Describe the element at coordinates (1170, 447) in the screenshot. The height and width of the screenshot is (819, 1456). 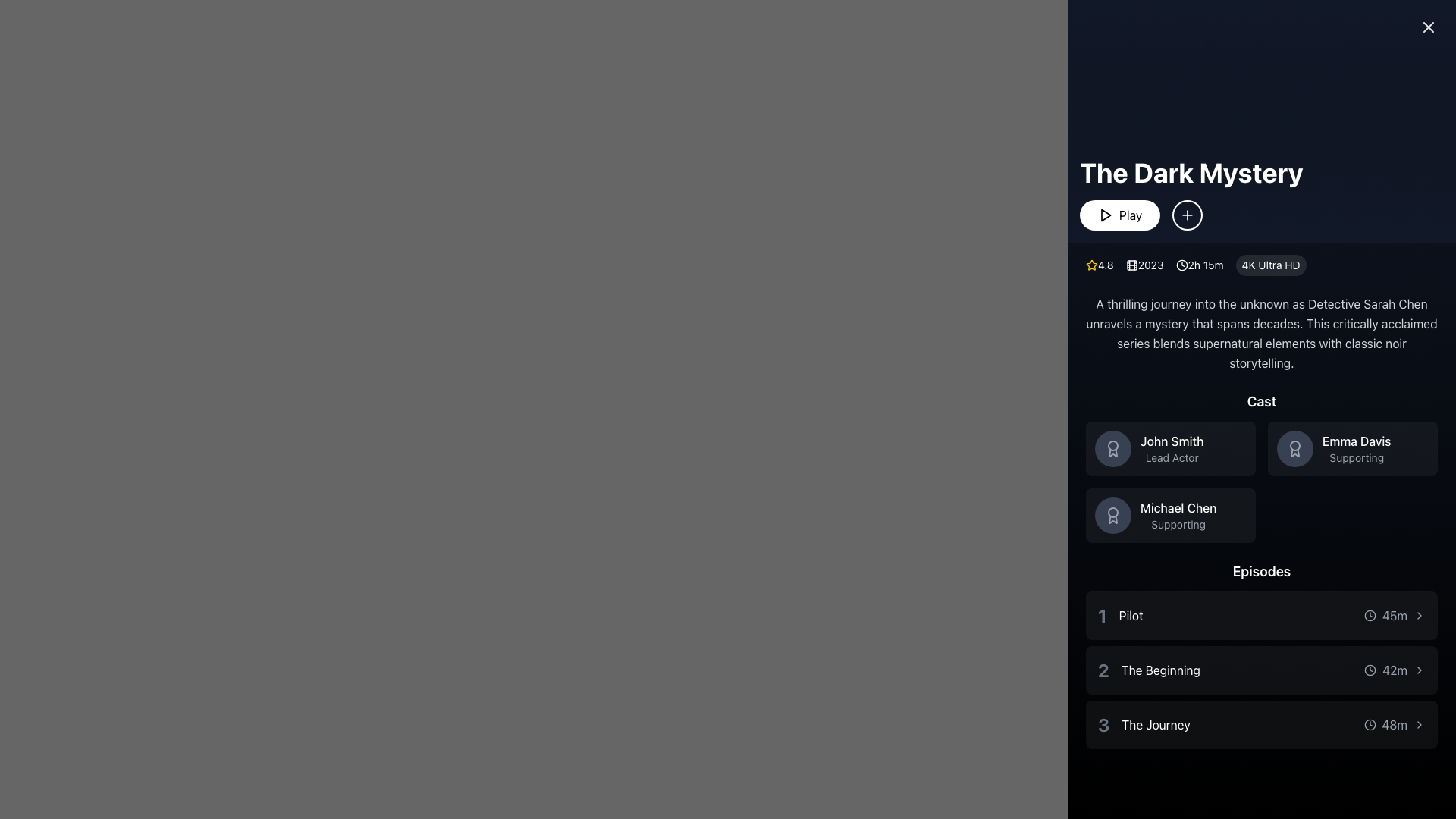
I see `details of the first cast member profile in the right panel under the 'Cast' section, which includes the user's name and their role associated with the media` at that location.